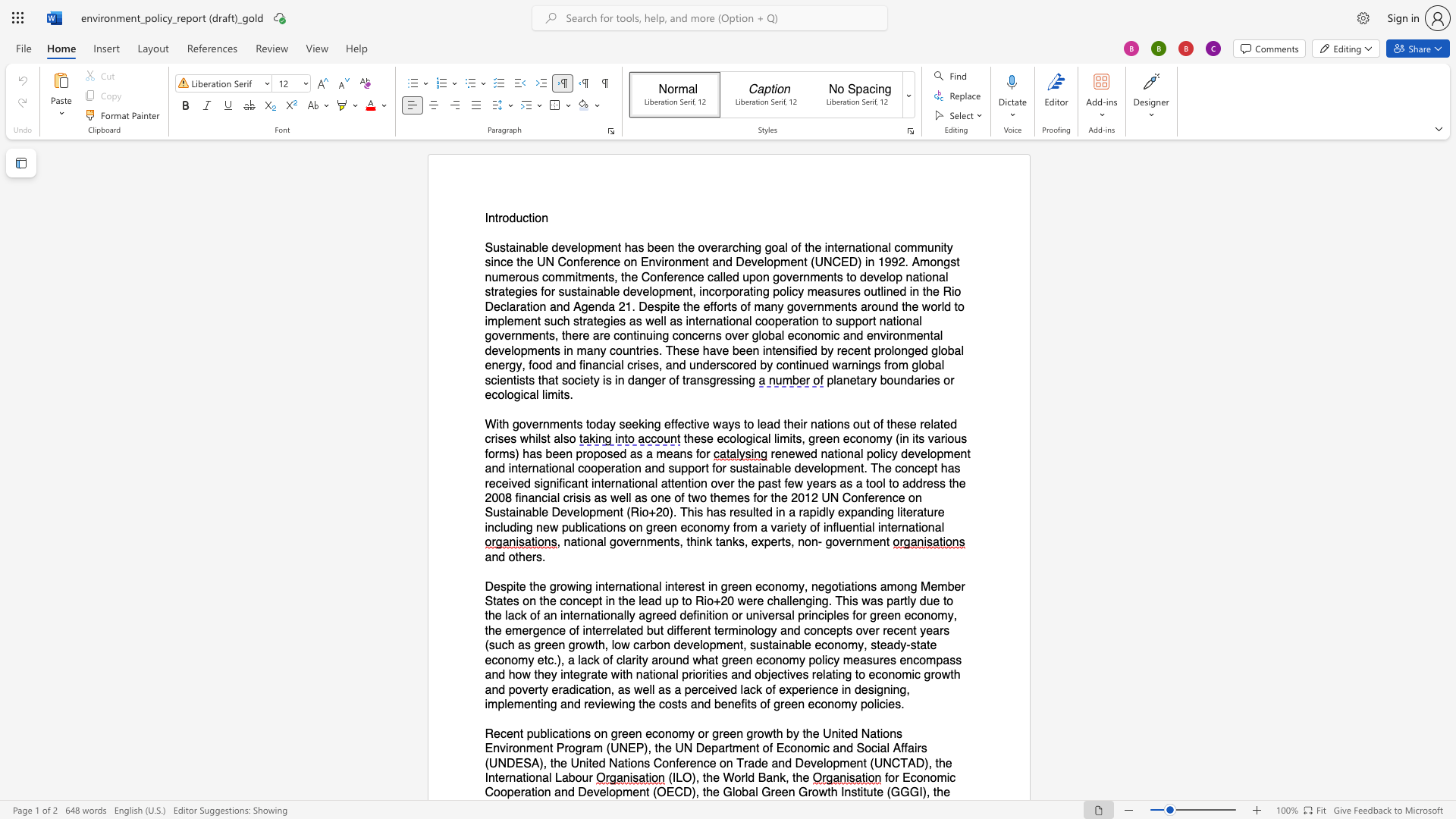 The width and height of the screenshot is (1456, 819). What do you see at coordinates (513, 218) in the screenshot?
I see `the 1th character "d" in the text` at bounding box center [513, 218].